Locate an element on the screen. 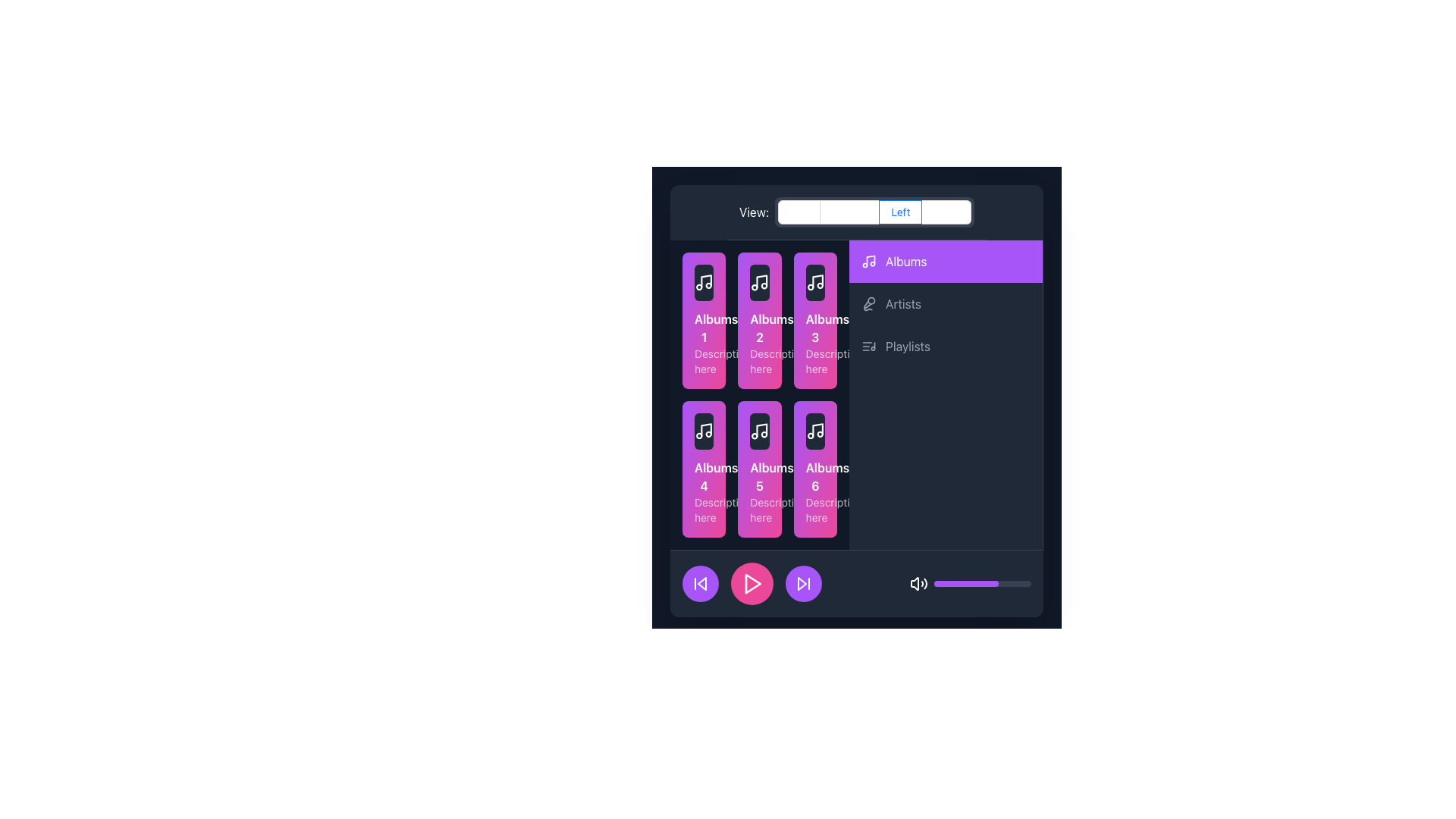  the volume or mute icon located on the bottom control panel of the media player is located at coordinates (914, 583).